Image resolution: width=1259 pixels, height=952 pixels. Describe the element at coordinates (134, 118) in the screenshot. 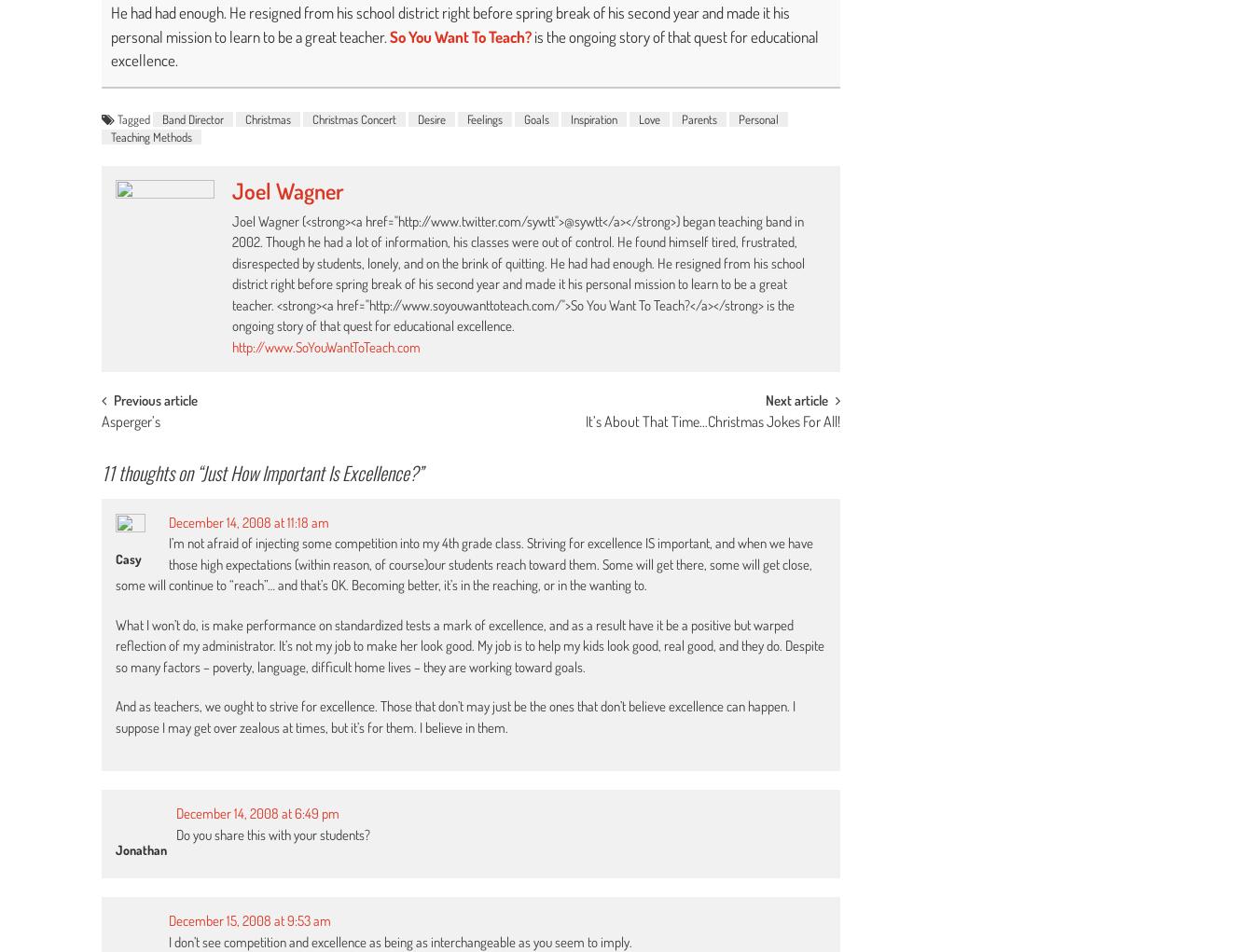

I see `'Tagged'` at that location.